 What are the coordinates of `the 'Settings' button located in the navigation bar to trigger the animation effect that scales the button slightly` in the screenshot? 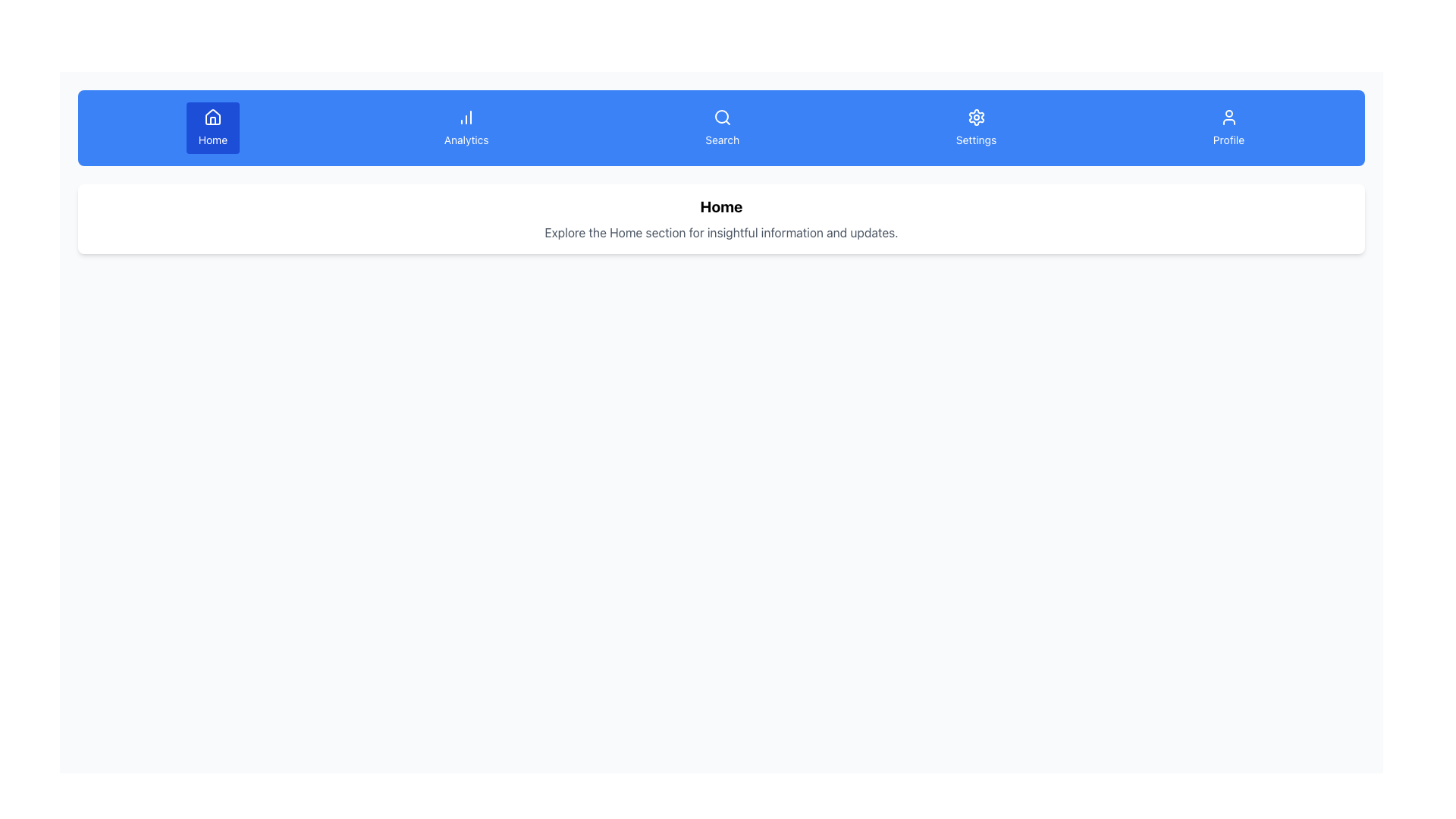 It's located at (976, 127).